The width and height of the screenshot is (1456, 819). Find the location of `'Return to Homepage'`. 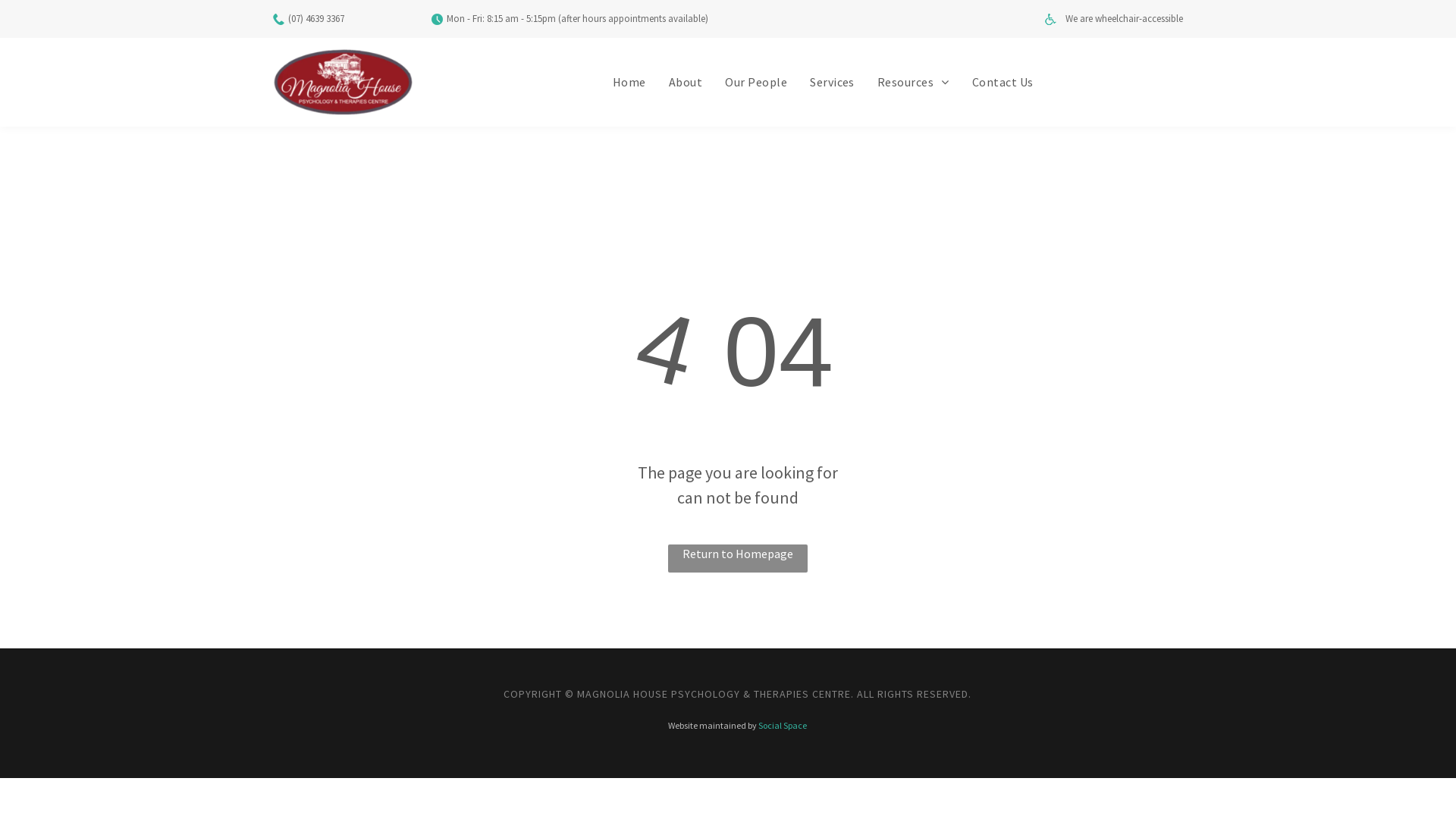

'Return to Homepage' is located at coordinates (738, 558).